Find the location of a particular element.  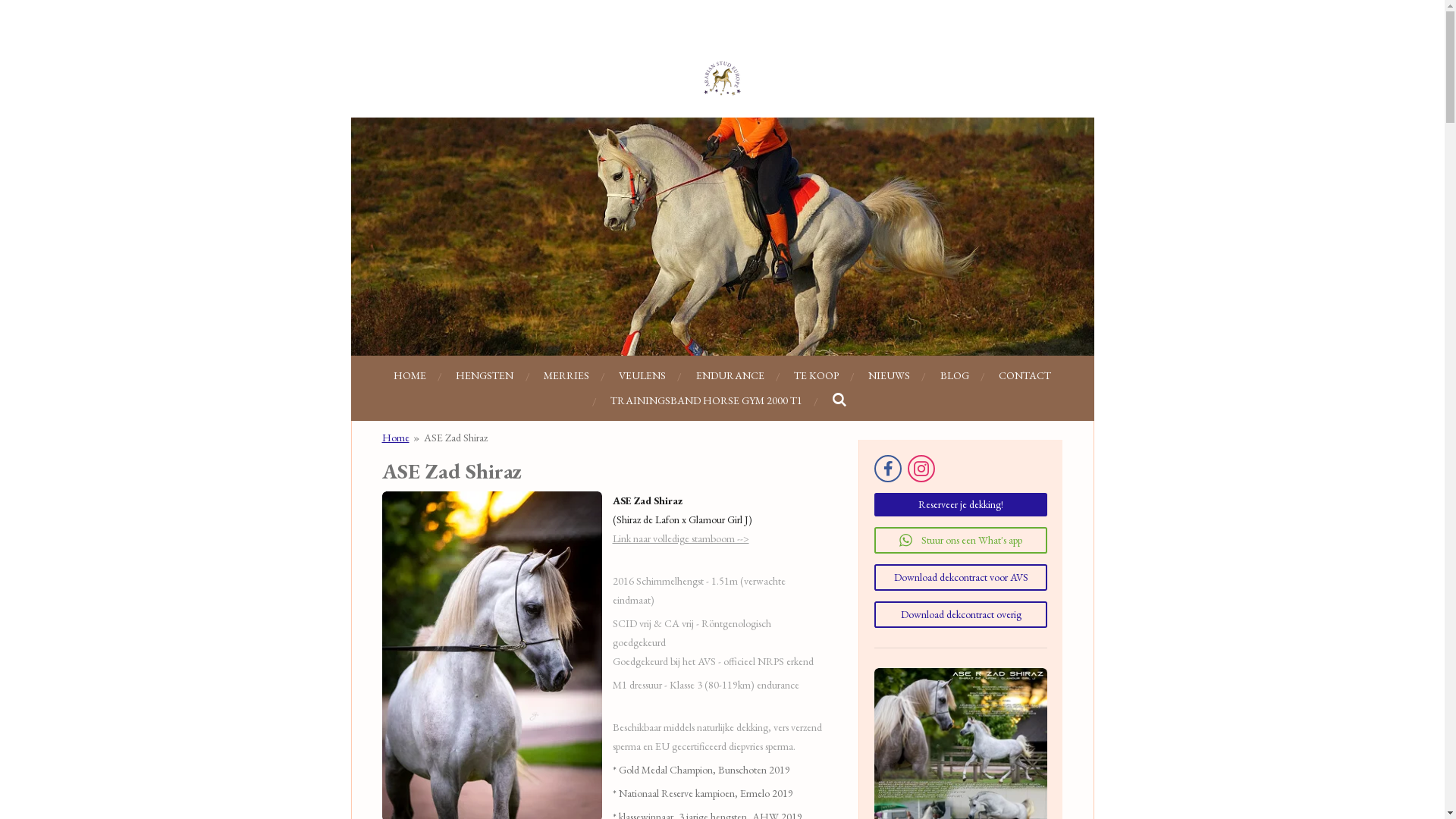

'Link naar volledige stamboom -->' is located at coordinates (679, 537).